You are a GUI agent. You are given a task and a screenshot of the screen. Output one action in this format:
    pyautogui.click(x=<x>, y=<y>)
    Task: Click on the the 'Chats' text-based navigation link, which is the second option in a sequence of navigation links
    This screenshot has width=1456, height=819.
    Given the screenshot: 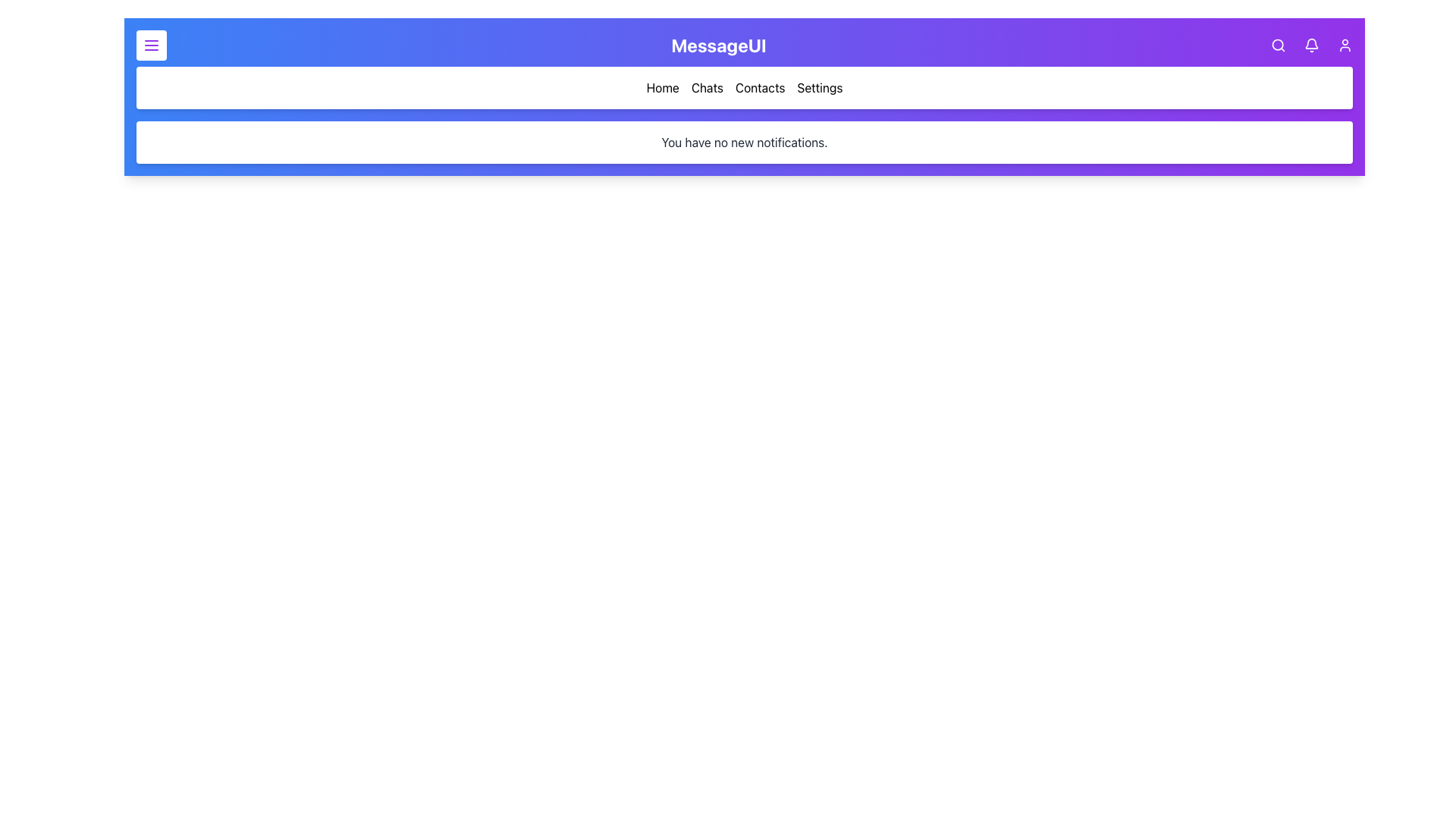 What is the action you would take?
    pyautogui.click(x=706, y=87)
    